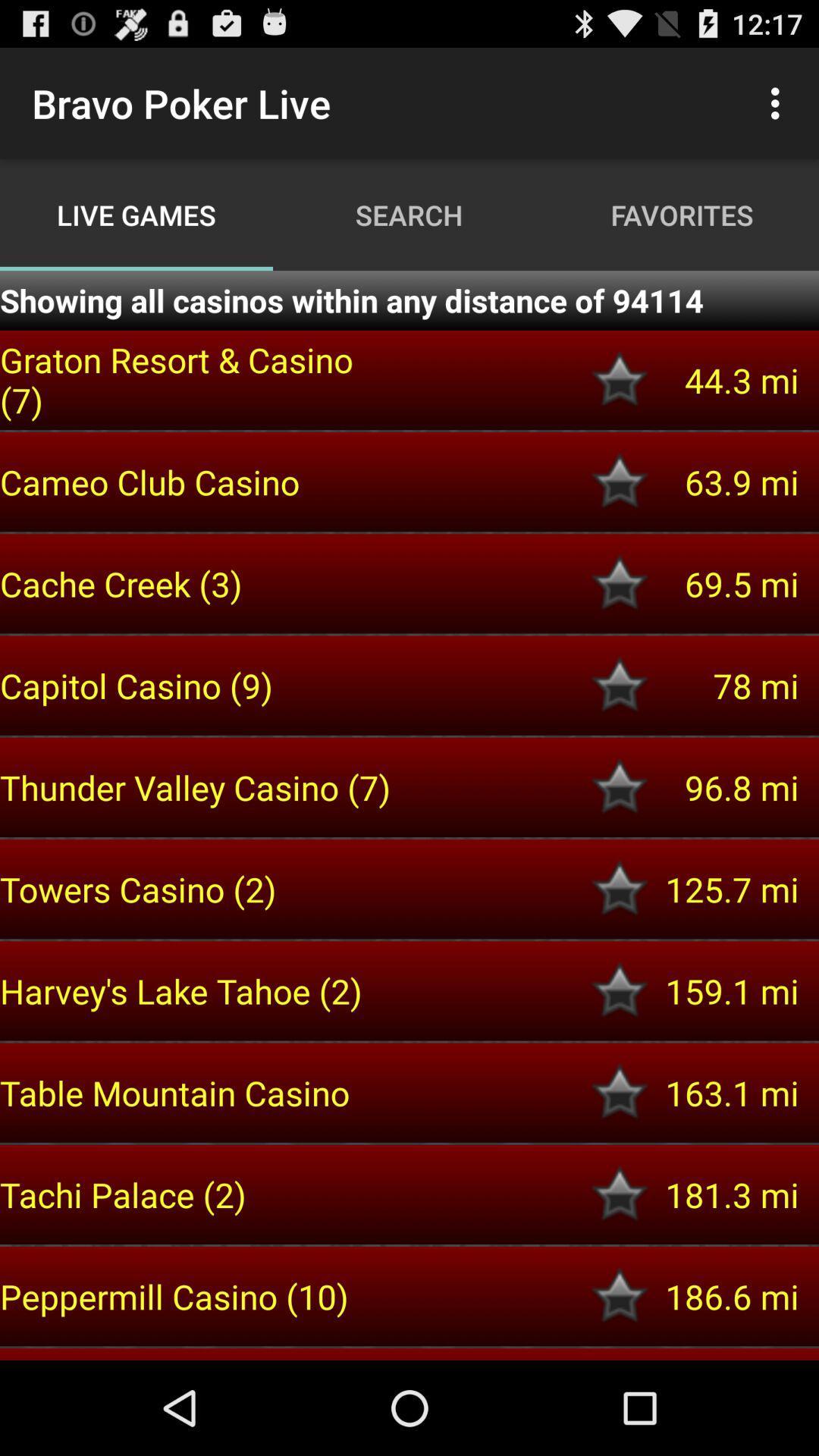 This screenshot has height=1456, width=819. What do you see at coordinates (620, 889) in the screenshot?
I see `favorite` at bounding box center [620, 889].